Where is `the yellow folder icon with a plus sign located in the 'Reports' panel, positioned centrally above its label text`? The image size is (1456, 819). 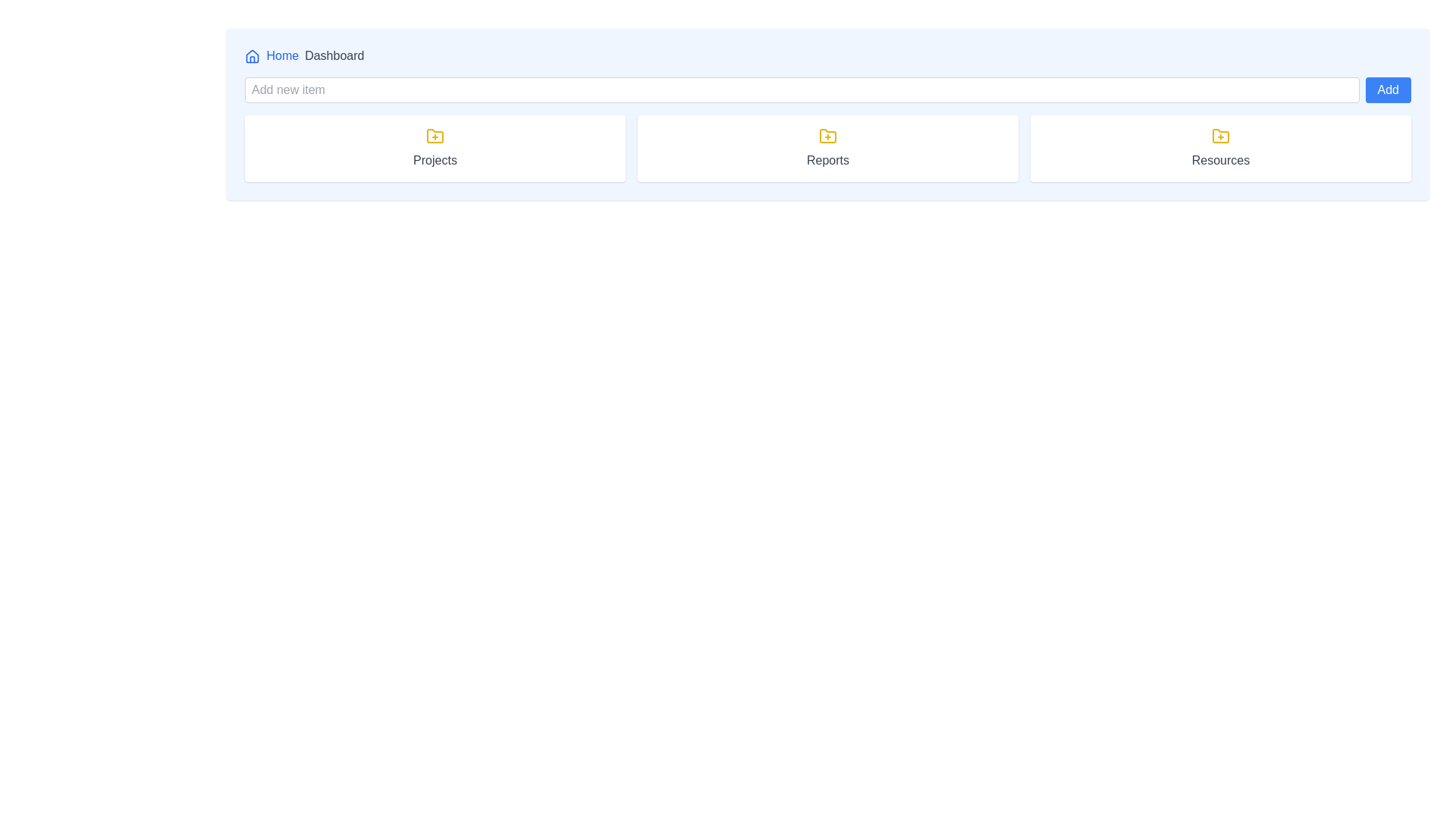 the yellow folder icon with a plus sign located in the 'Reports' panel, positioned centrally above its label text is located at coordinates (827, 136).